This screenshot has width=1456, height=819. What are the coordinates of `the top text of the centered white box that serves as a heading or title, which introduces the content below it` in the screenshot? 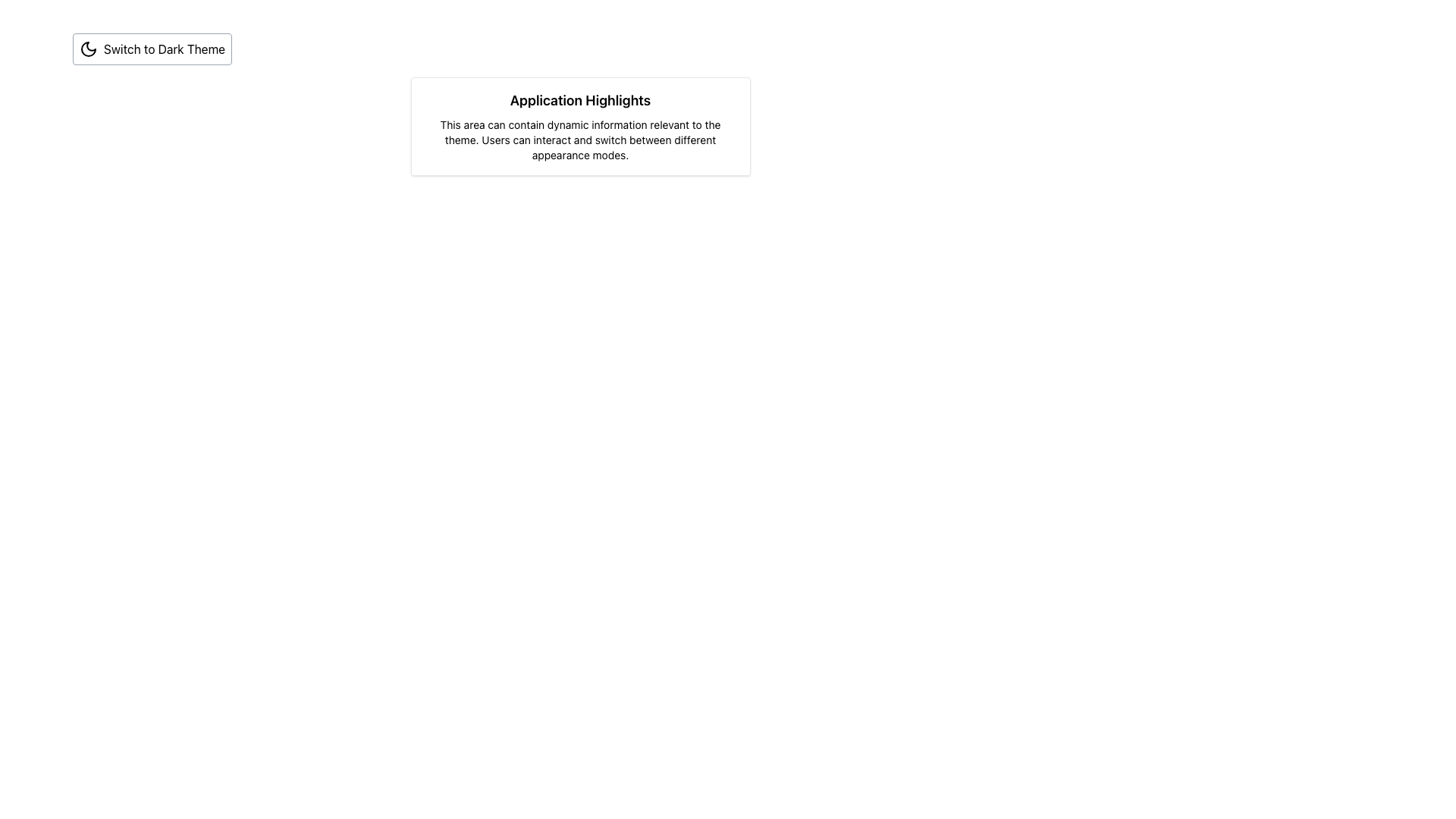 It's located at (579, 100).